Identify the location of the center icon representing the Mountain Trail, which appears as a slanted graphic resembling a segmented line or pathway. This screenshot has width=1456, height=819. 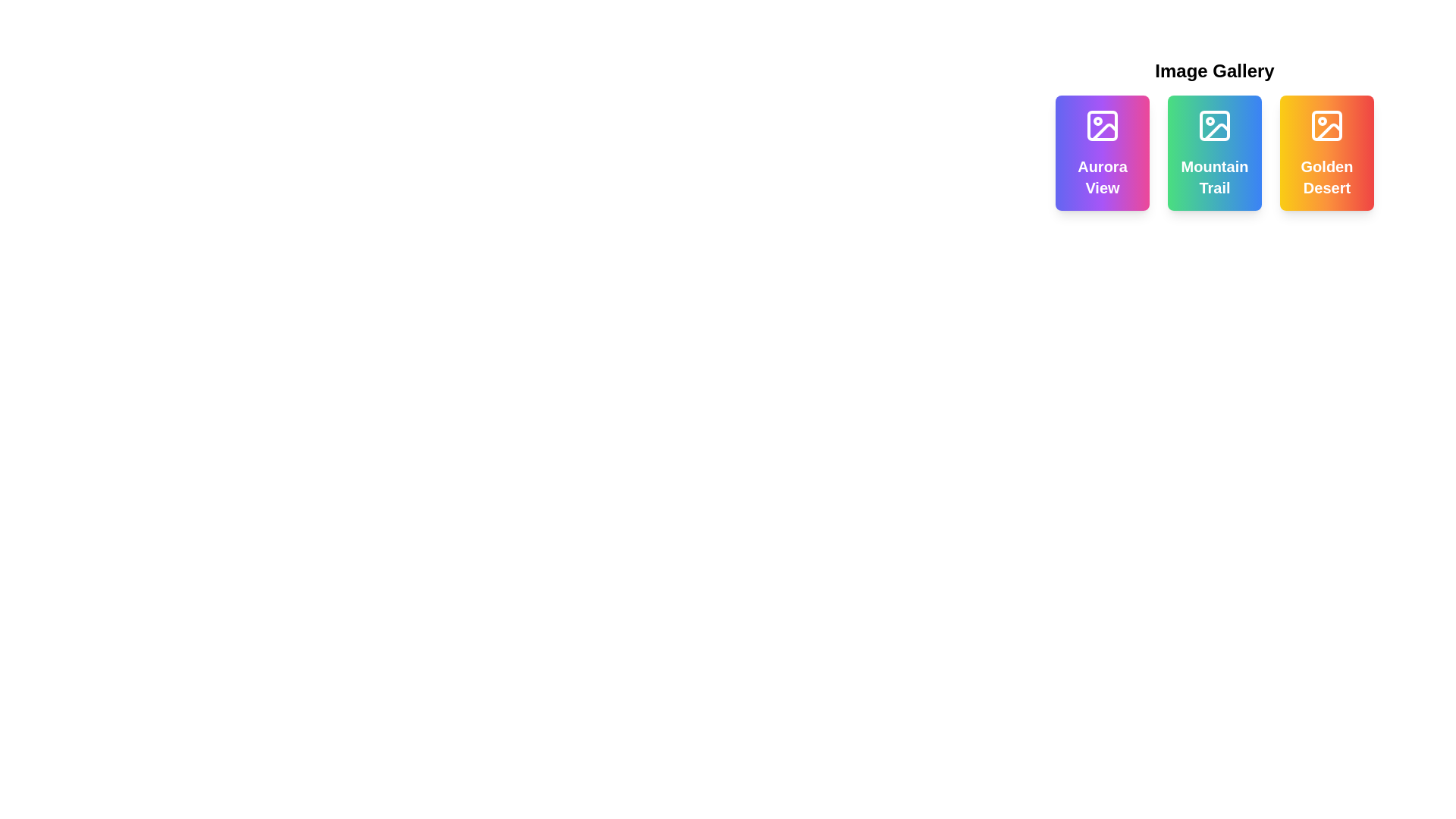
(1216, 130).